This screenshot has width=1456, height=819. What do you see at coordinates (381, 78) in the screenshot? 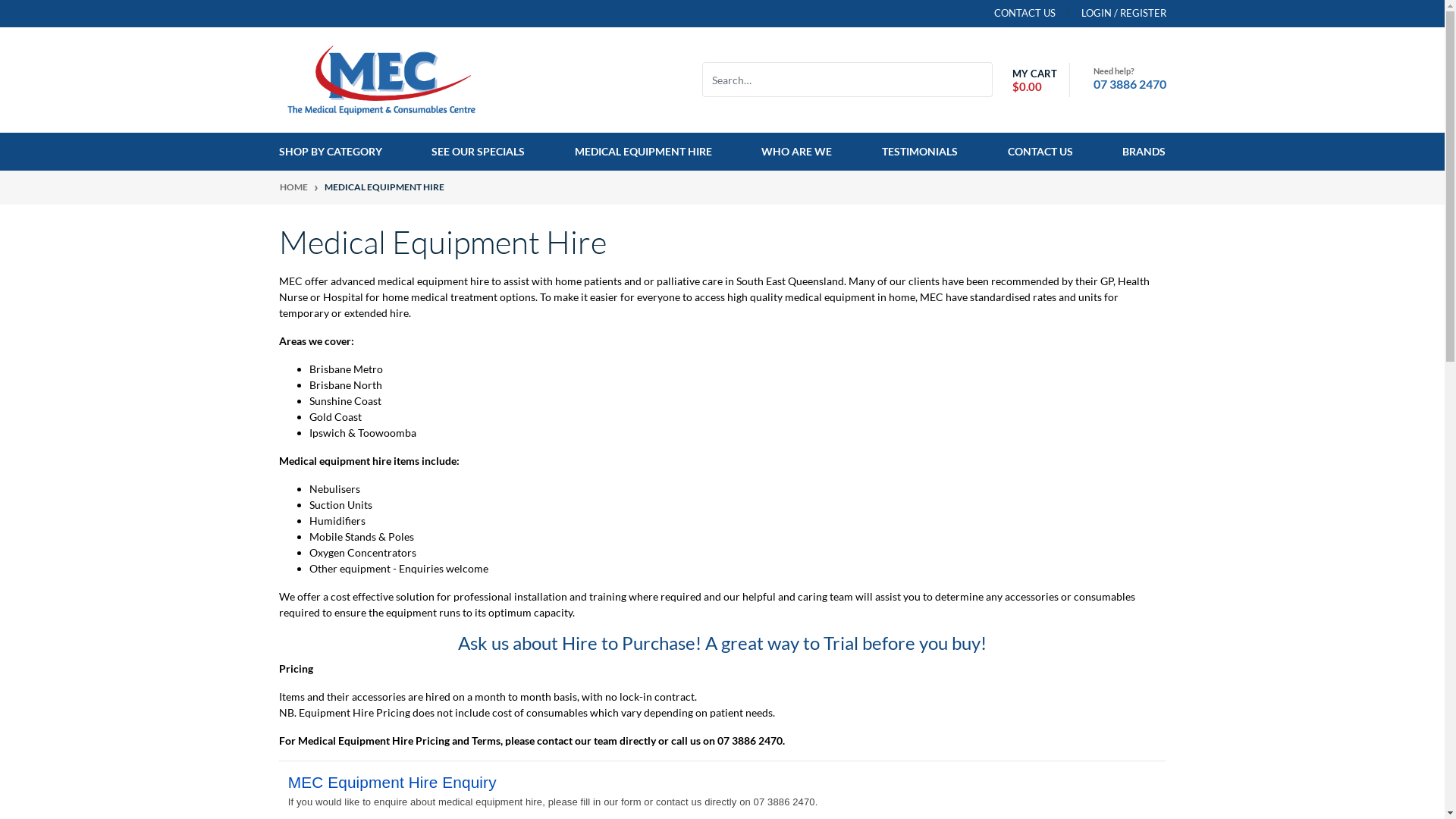
I see `'The Medical Equipment Centre'` at bounding box center [381, 78].